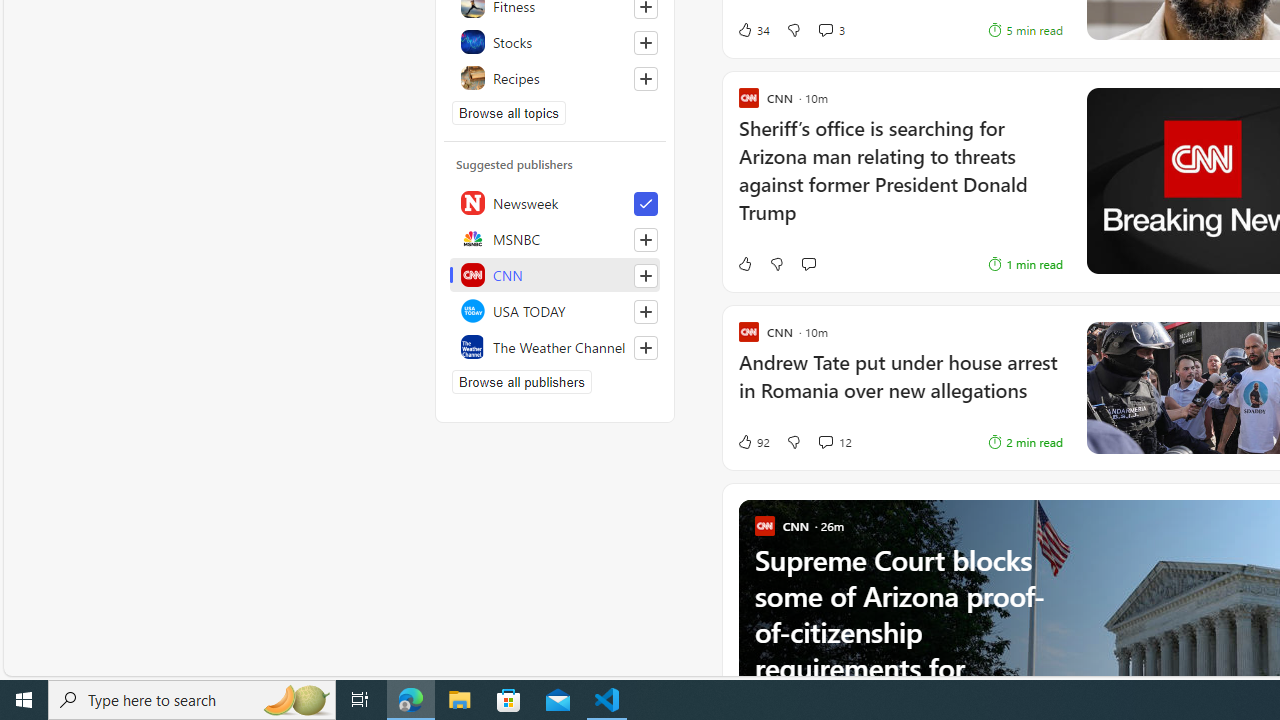 The width and height of the screenshot is (1280, 720). I want to click on 'Browse all publishers', so click(521, 381).